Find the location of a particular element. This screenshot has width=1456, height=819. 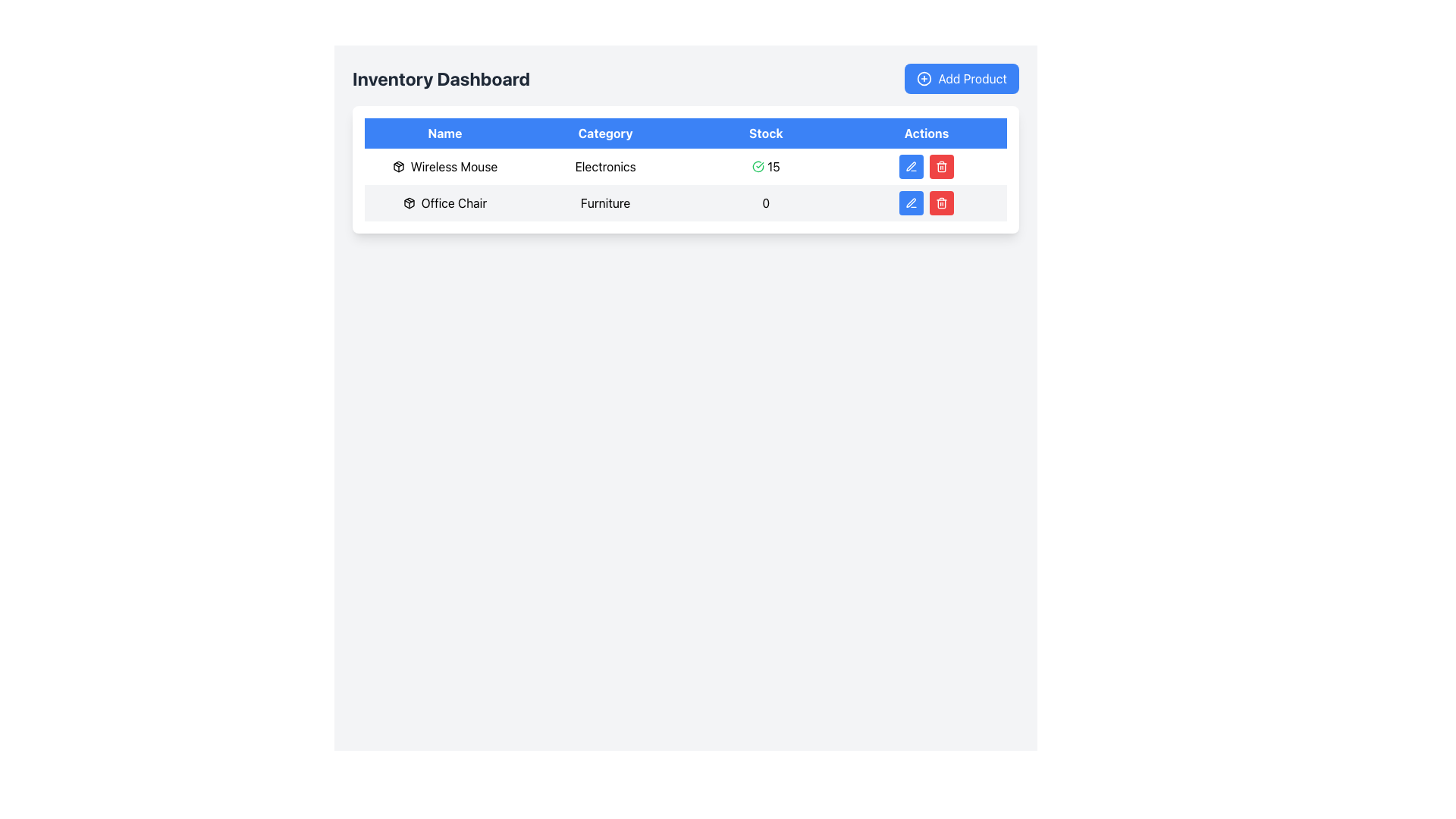

the SVG Icon in the 'Name' column of the first row of the inventory table, which serves as a visual indicator for the inventory item is located at coordinates (409, 202).